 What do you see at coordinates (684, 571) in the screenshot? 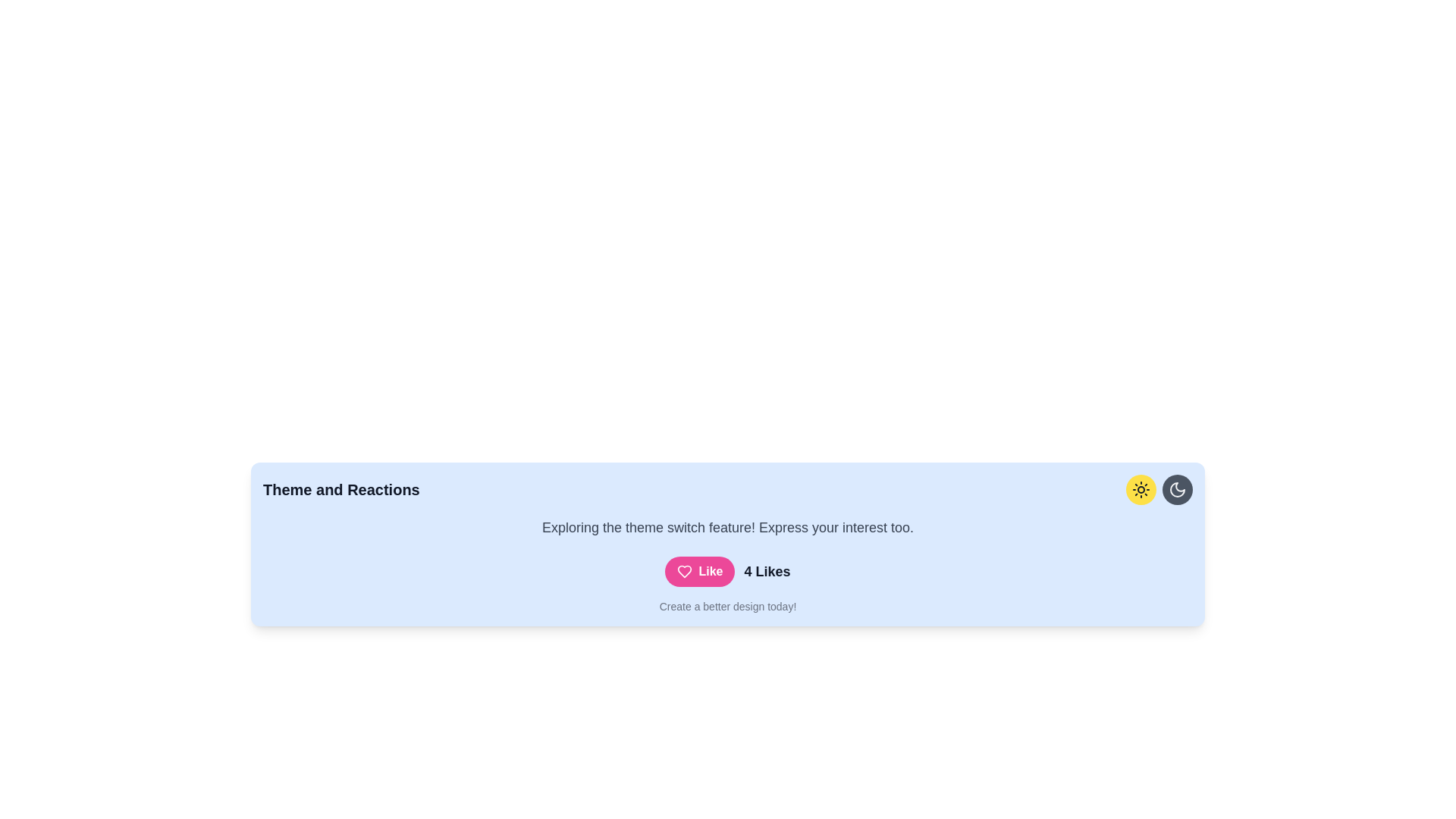
I see `positive reaction icon located within the left side of the pink 'Like' button below the main text area` at bounding box center [684, 571].